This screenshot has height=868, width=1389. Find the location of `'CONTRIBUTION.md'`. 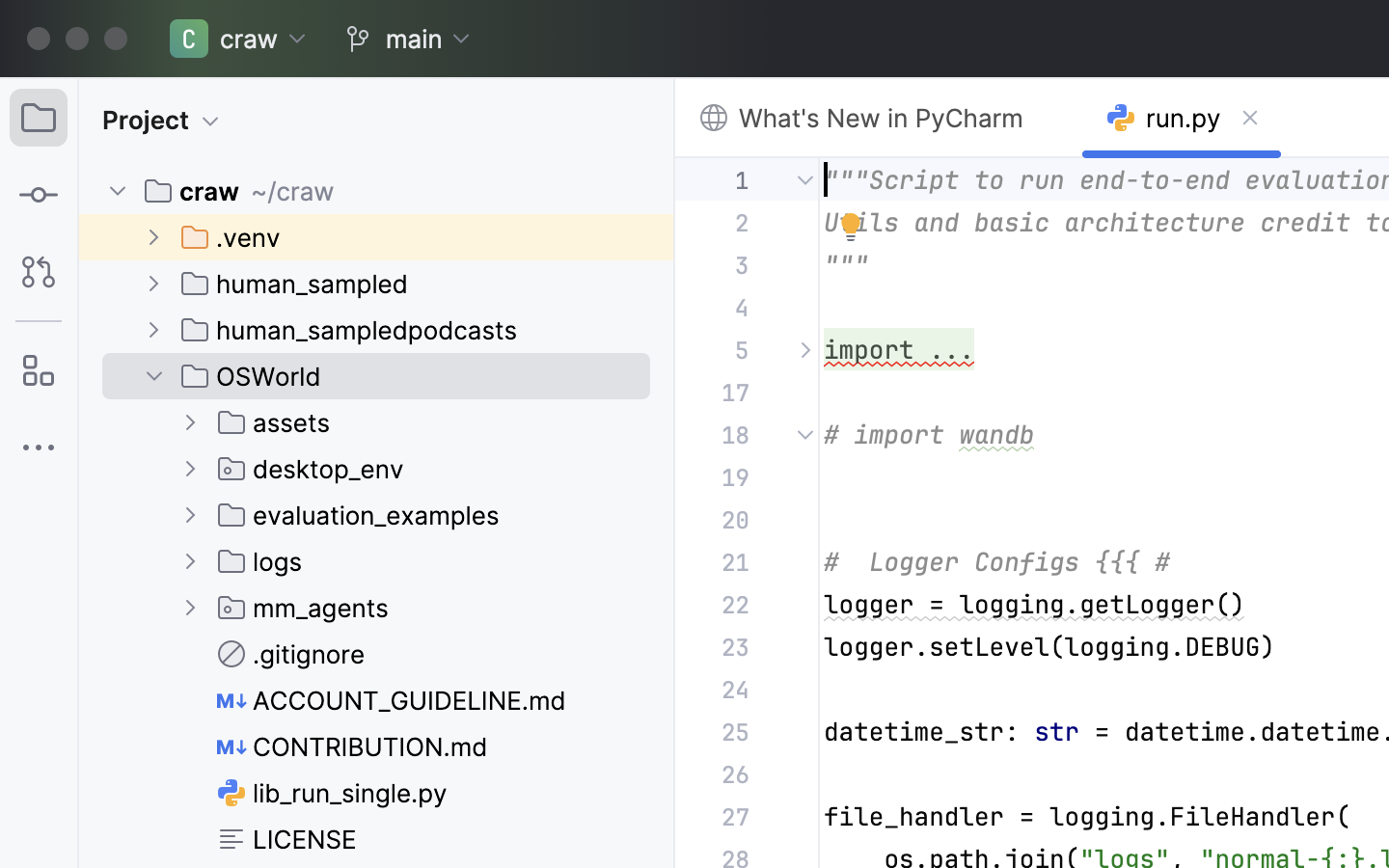

'CONTRIBUTION.md' is located at coordinates (352, 746).